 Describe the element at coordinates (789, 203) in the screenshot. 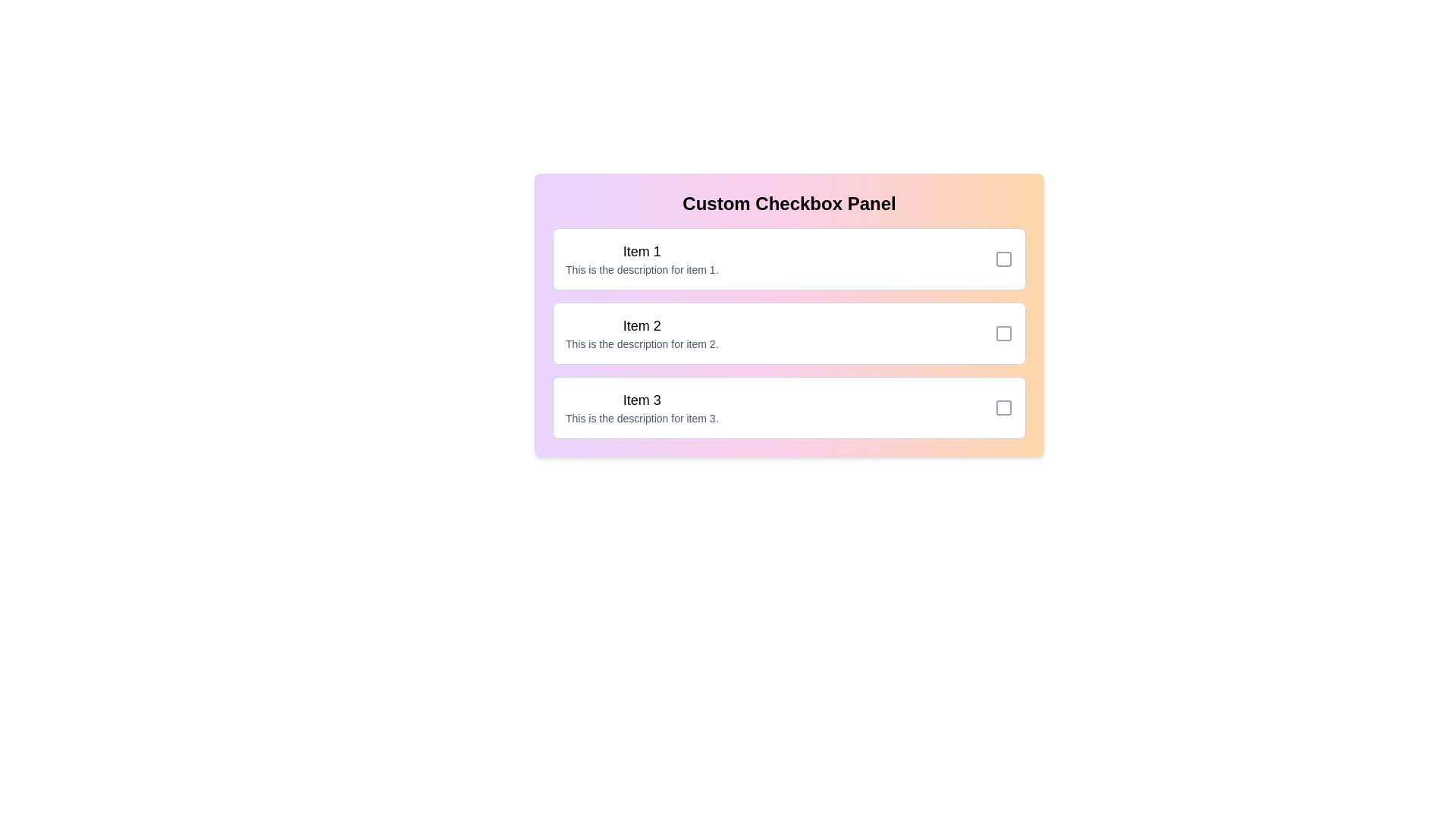

I see `the header text 'Custom Checkbox Panel'` at that location.